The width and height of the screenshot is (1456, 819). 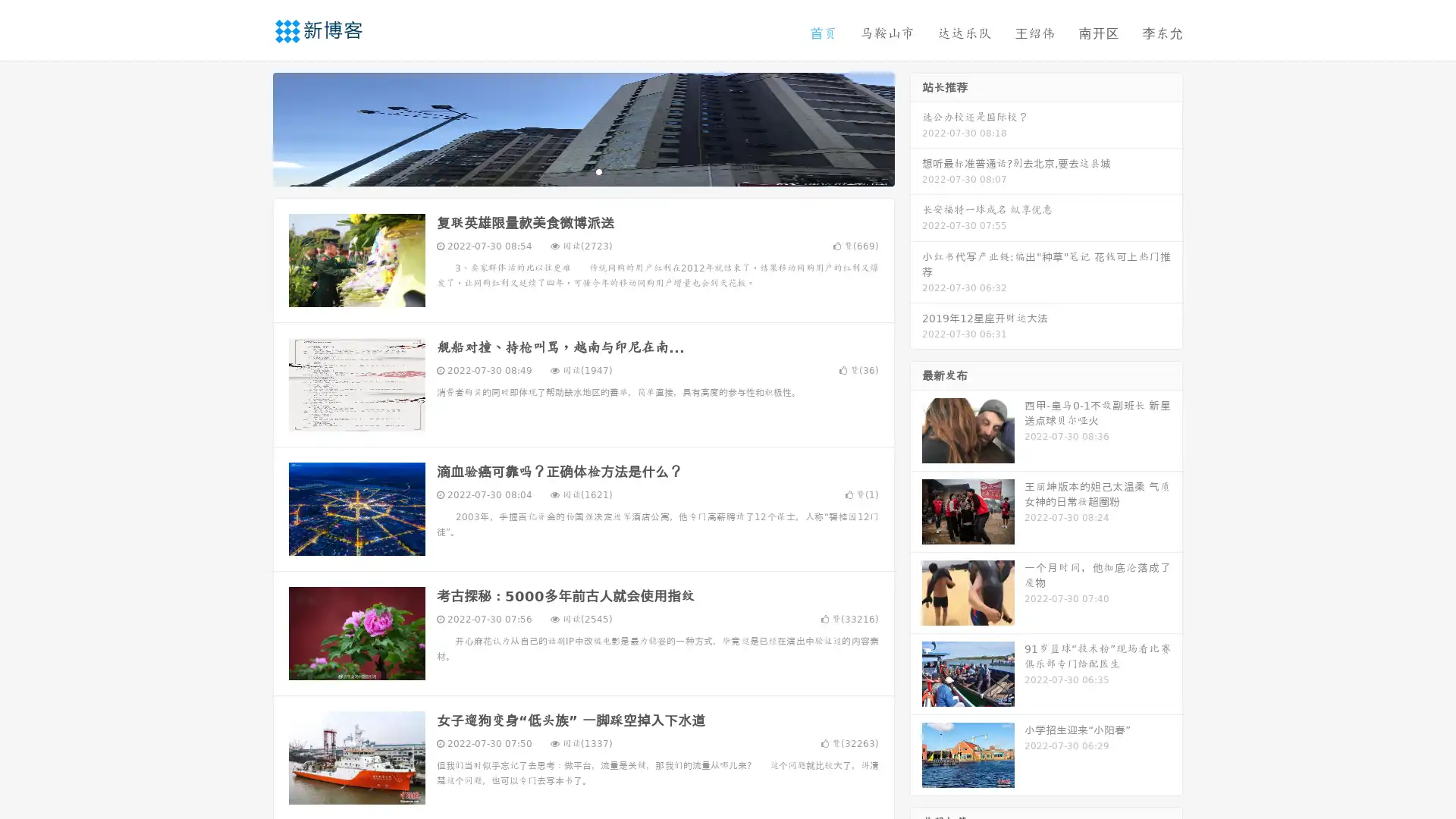 What do you see at coordinates (582, 171) in the screenshot?
I see `Go to slide 2` at bounding box center [582, 171].